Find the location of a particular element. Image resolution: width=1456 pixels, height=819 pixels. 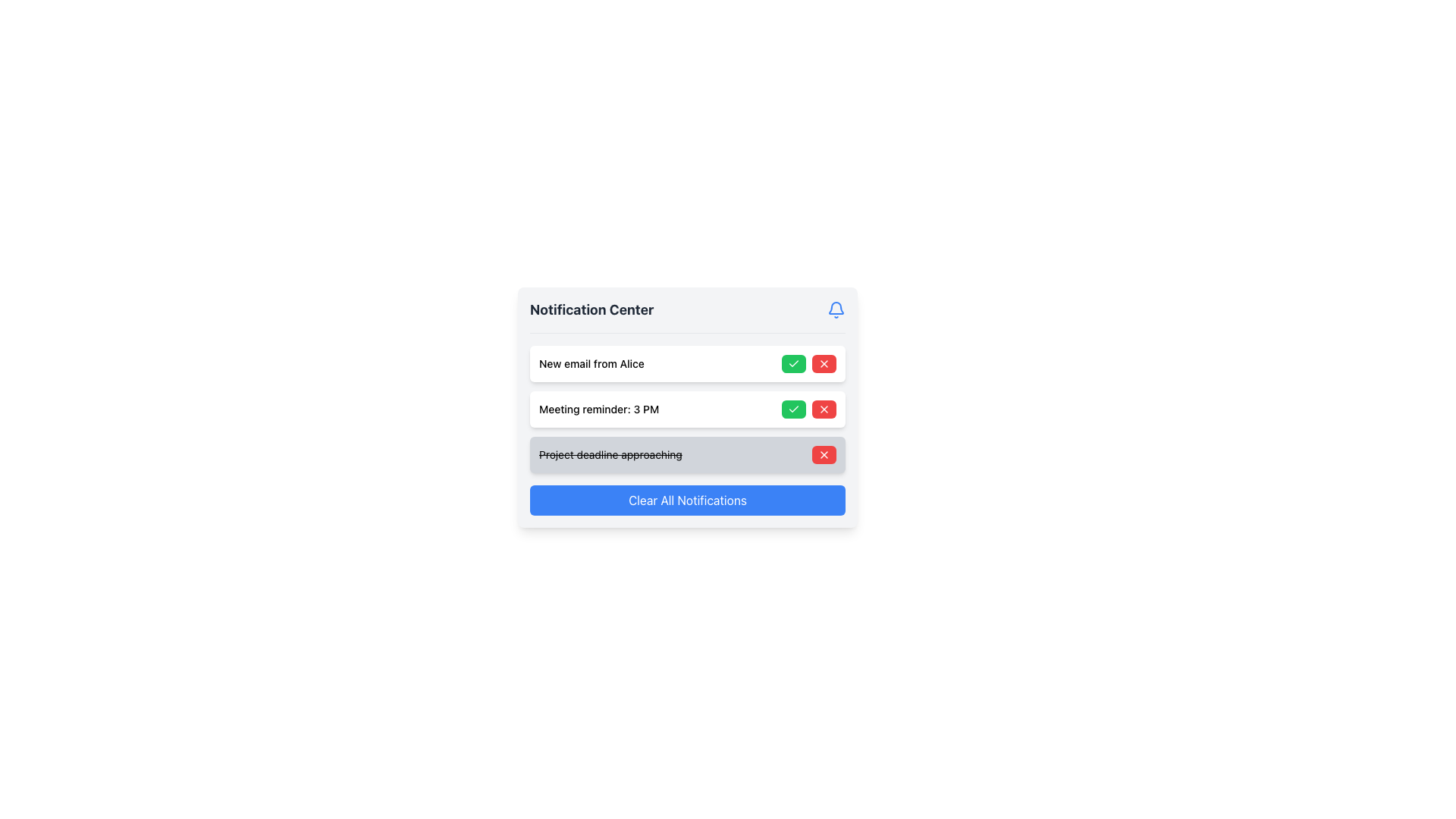

the notification icon located at the top-right corner of the 'Notification Center' interface, adjacent to the text 'Notification Center' is located at coordinates (836, 309).